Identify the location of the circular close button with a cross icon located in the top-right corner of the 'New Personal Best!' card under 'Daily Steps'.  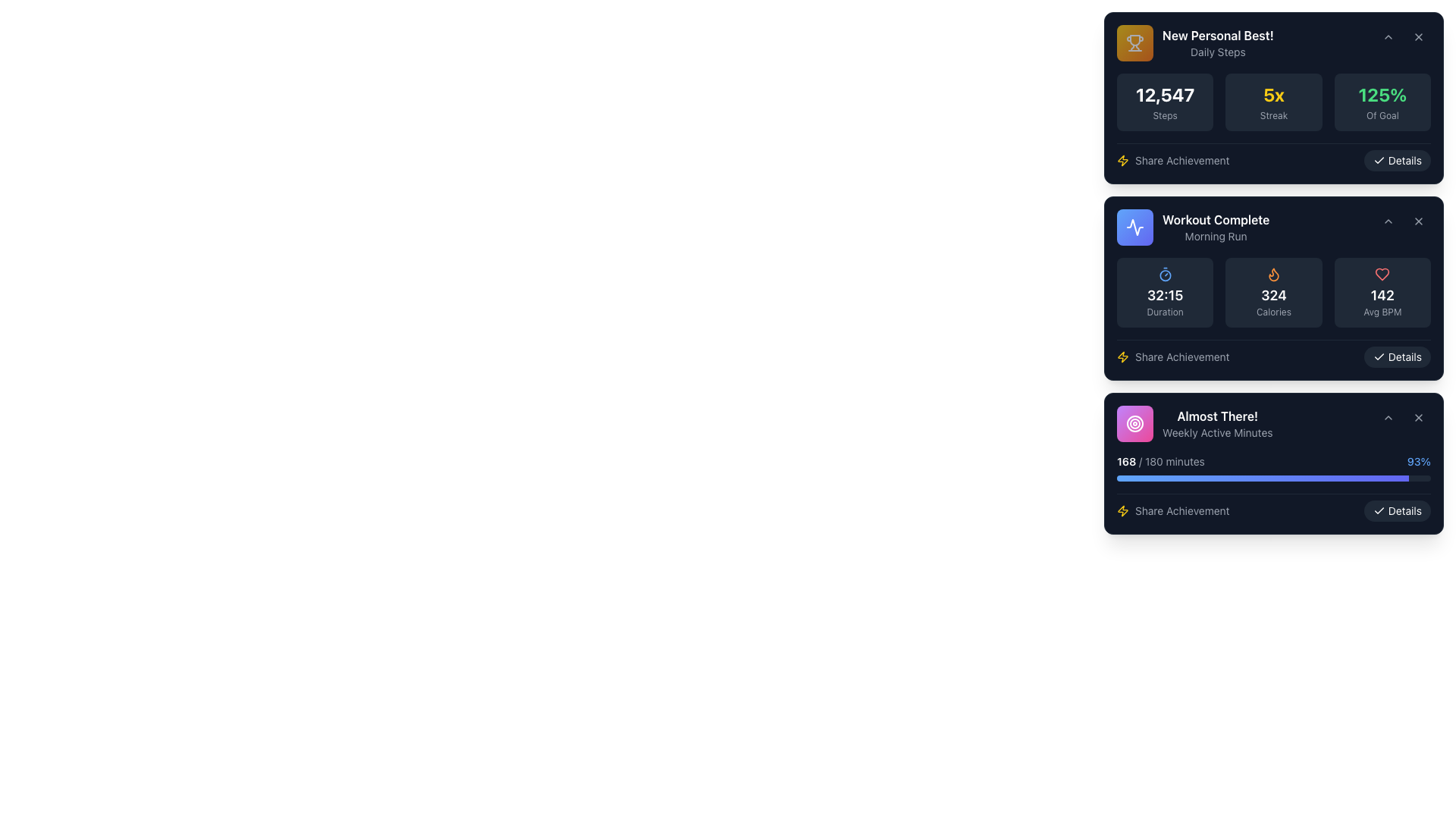
(1418, 36).